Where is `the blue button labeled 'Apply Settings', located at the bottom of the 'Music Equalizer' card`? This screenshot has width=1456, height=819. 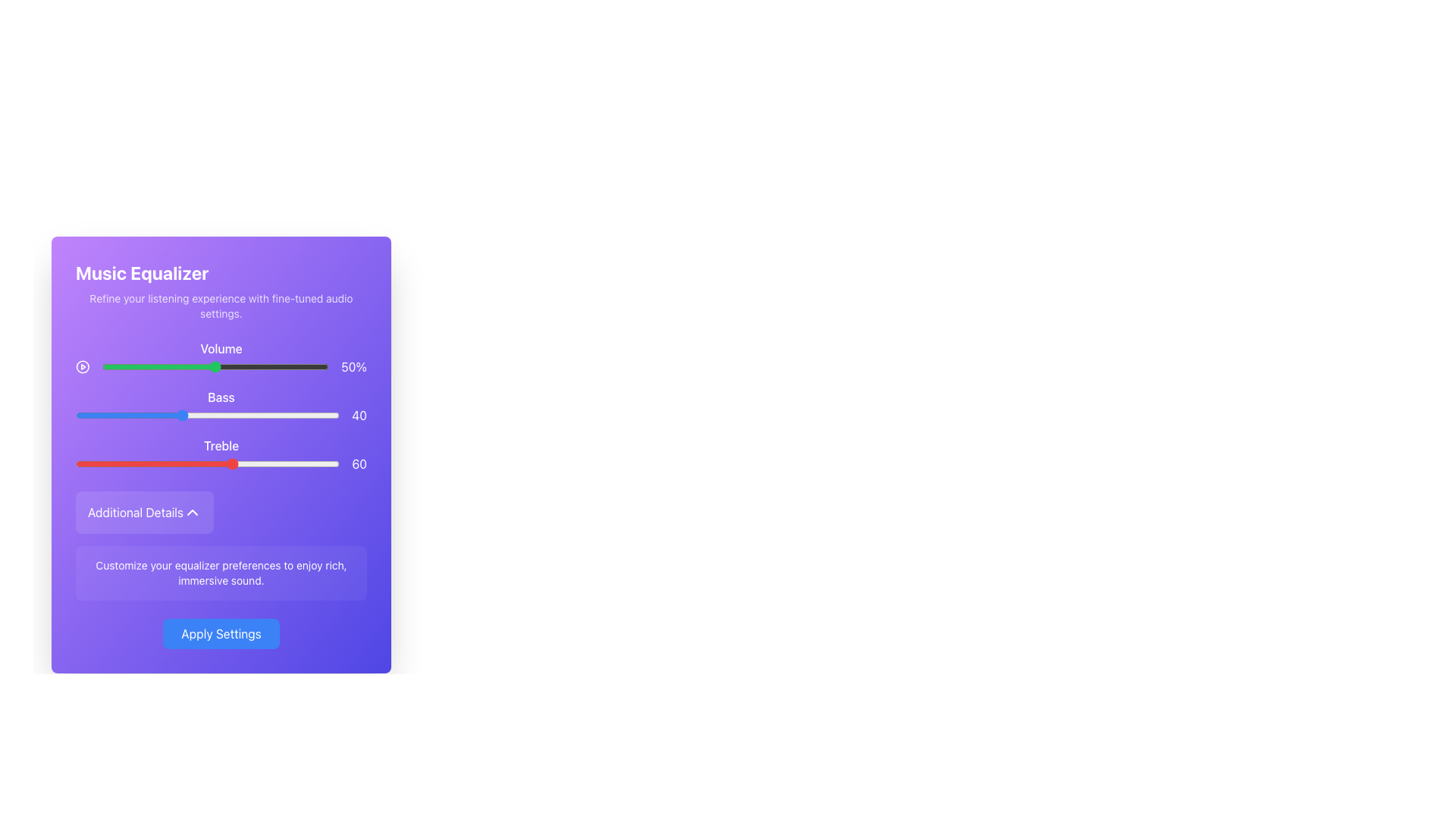
the blue button labeled 'Apply Settings', located at the bottom of the 'Music Equalizer' card is located at coordinates (221, 634).